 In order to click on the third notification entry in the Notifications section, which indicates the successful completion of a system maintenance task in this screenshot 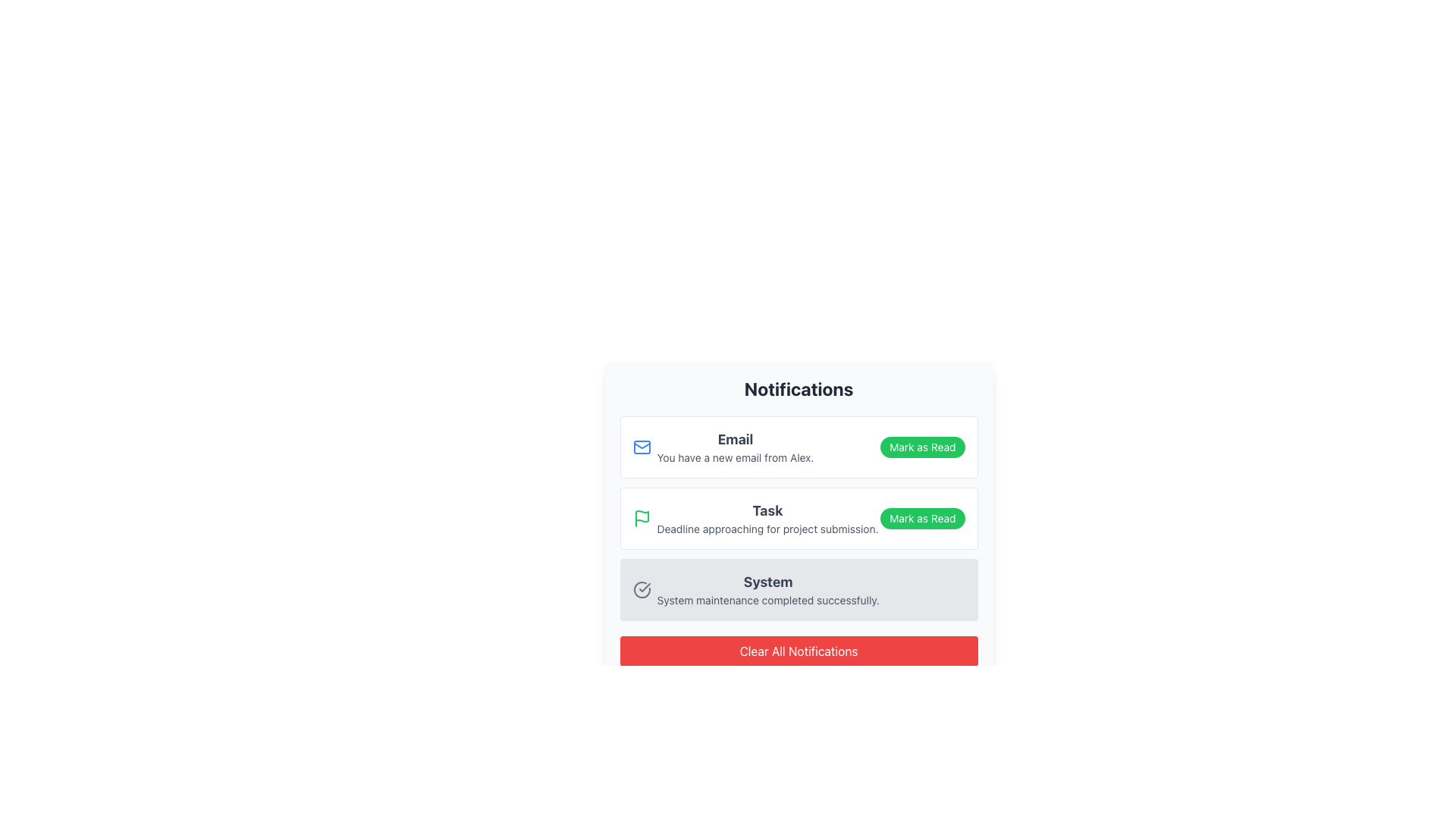, I will do `click(768, 589)`.